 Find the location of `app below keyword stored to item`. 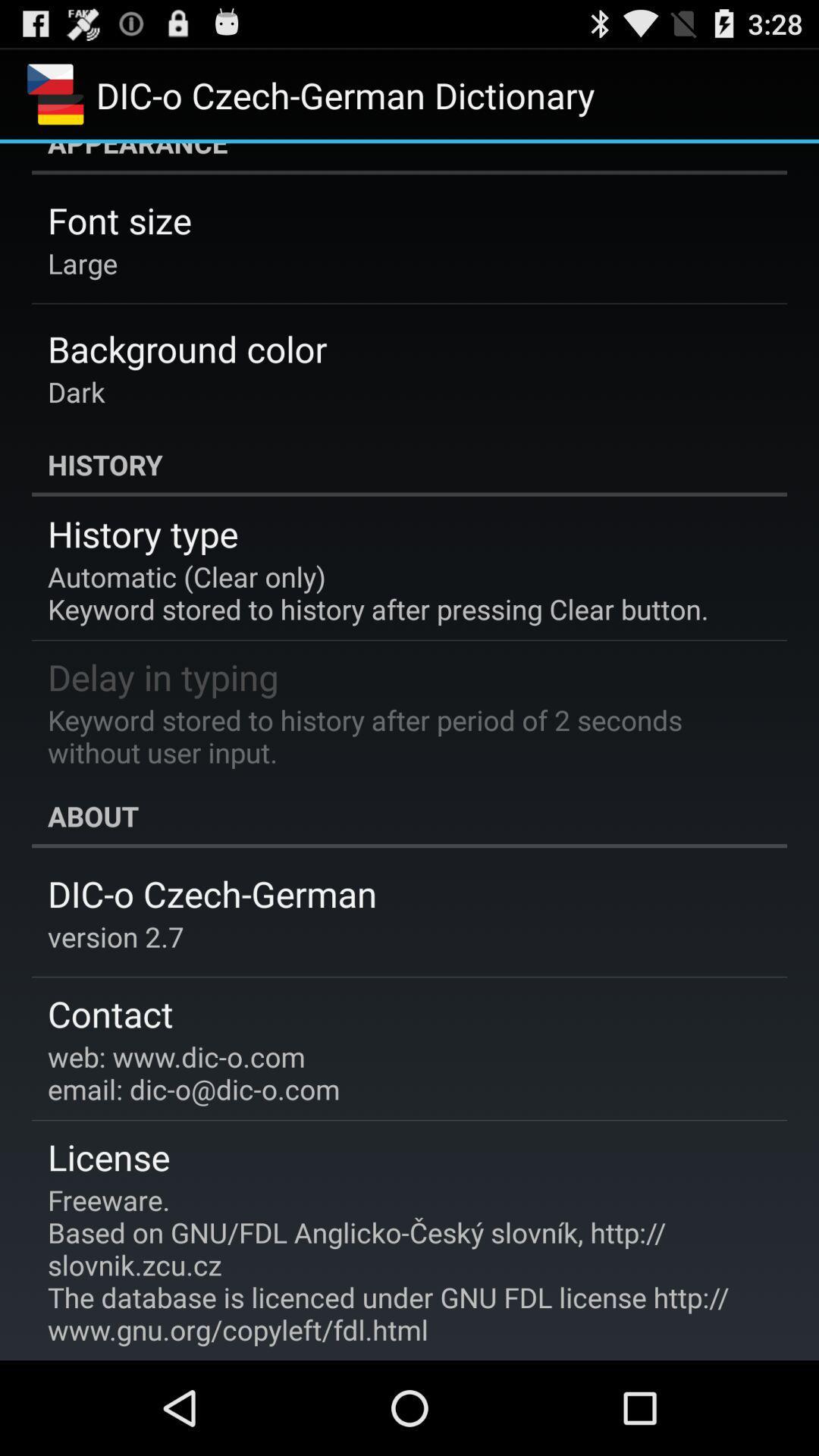

app below keyword stored to item is located at coordinates (409, 815).